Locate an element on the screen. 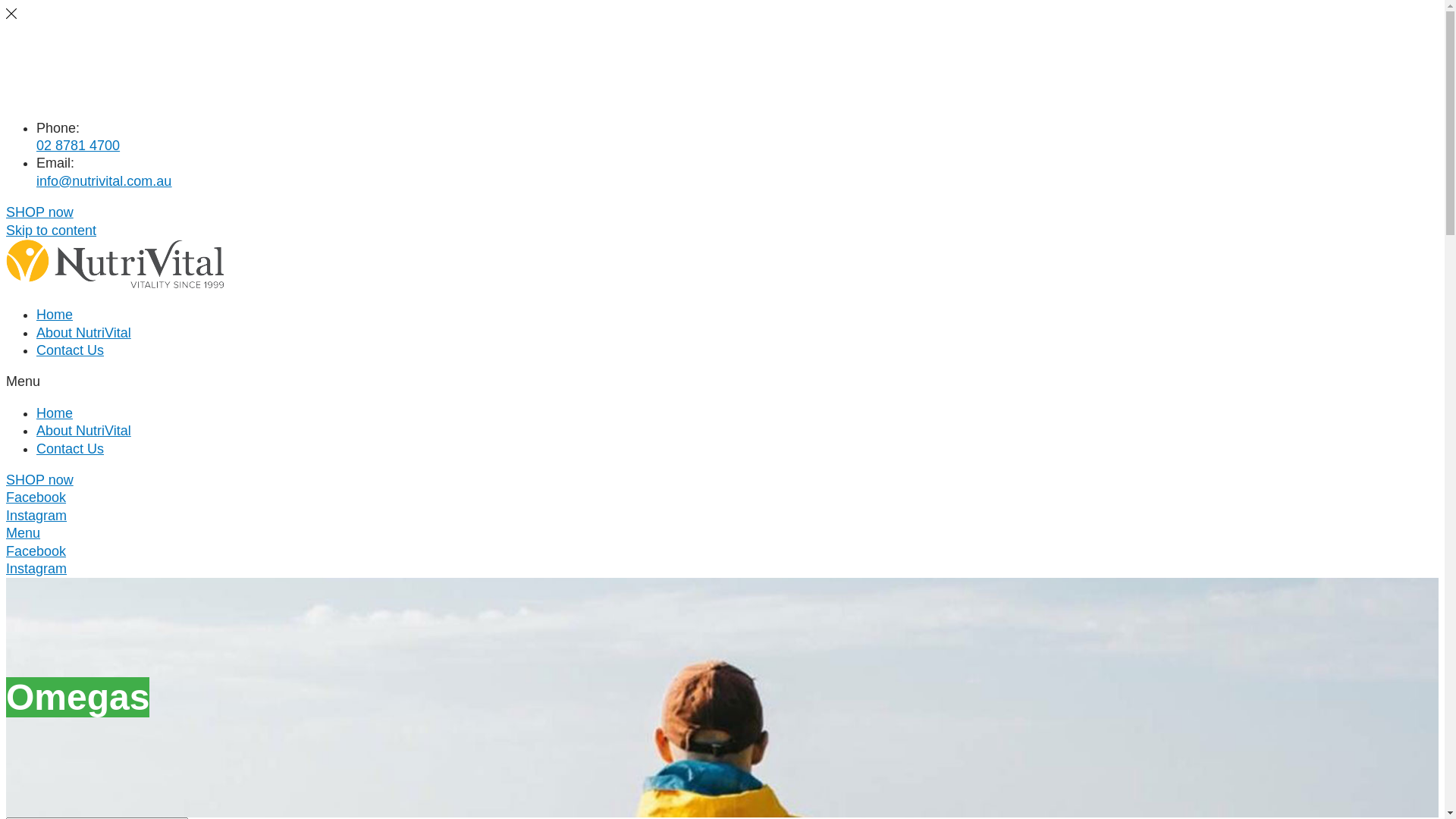 Image resolution: width=1456 pixels, height=819 pixels. 'About NutriVital' is located at coordinates (83, 332).